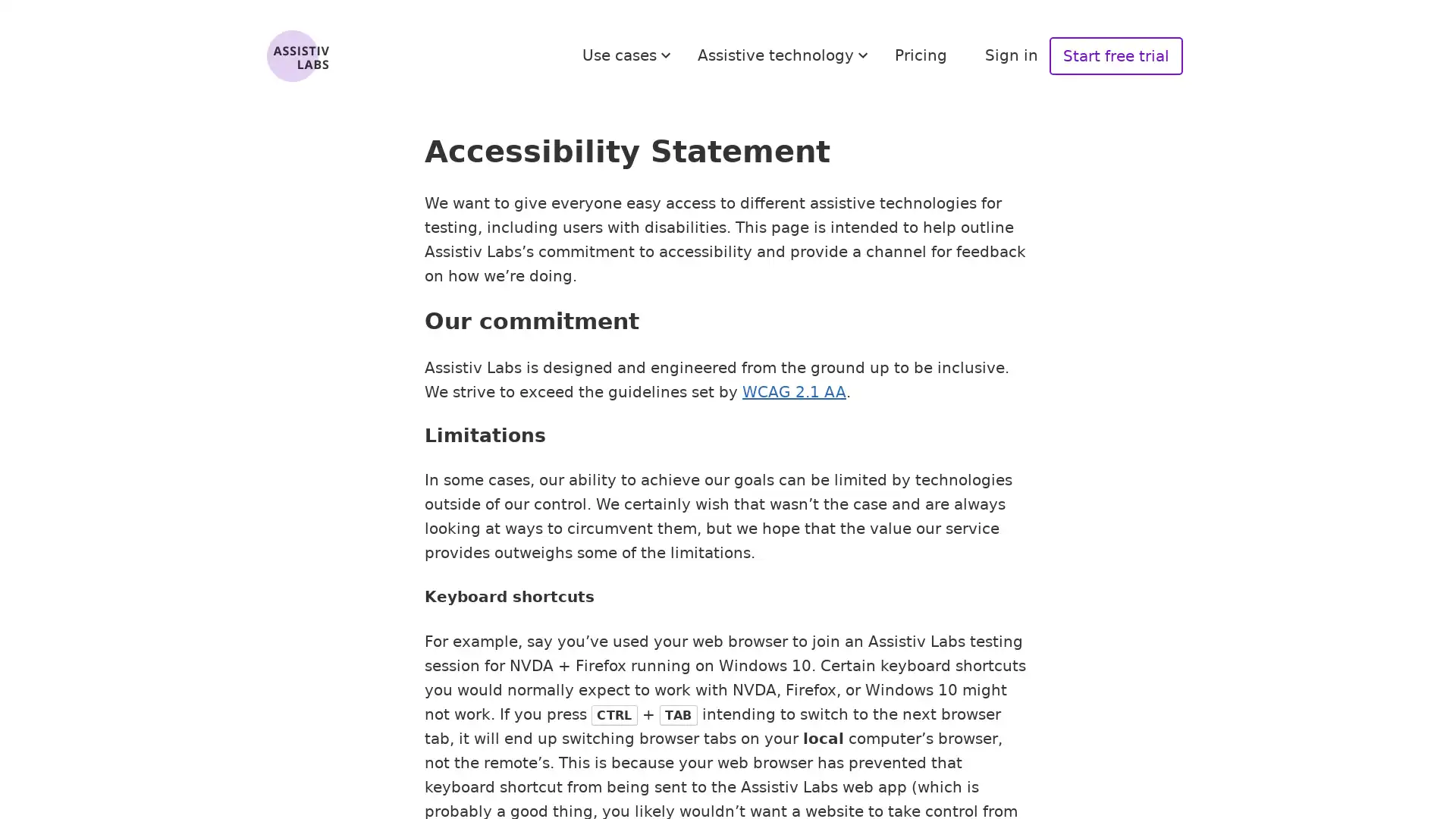 This screenshot has height=819, width=1456. What do you see at coordinates (785, 55) in the screenshot?
I see `Assistive technology` at bounding box center [785, 55].